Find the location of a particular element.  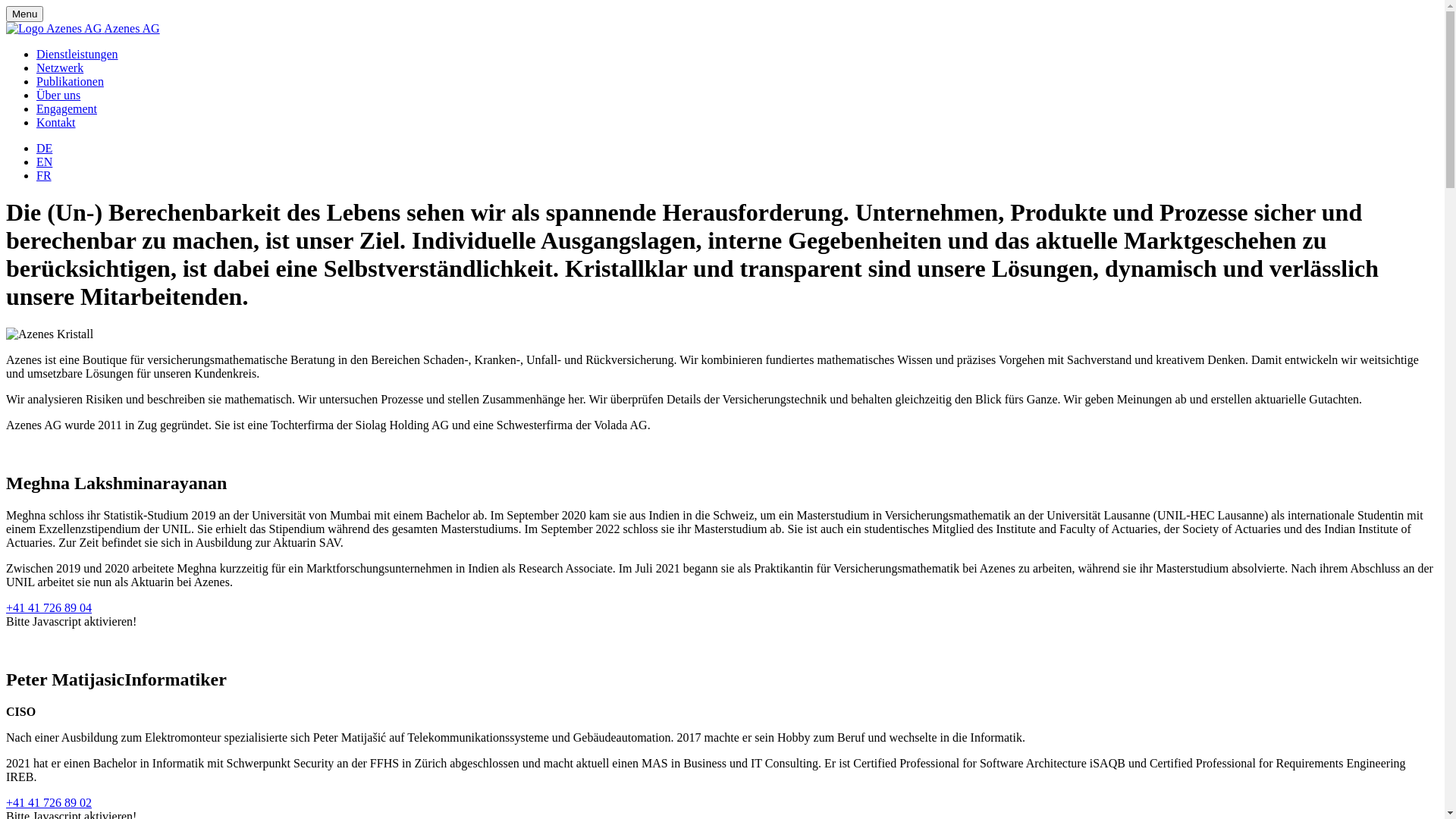

'Netzwerk' is located at coordinates (36, 67).